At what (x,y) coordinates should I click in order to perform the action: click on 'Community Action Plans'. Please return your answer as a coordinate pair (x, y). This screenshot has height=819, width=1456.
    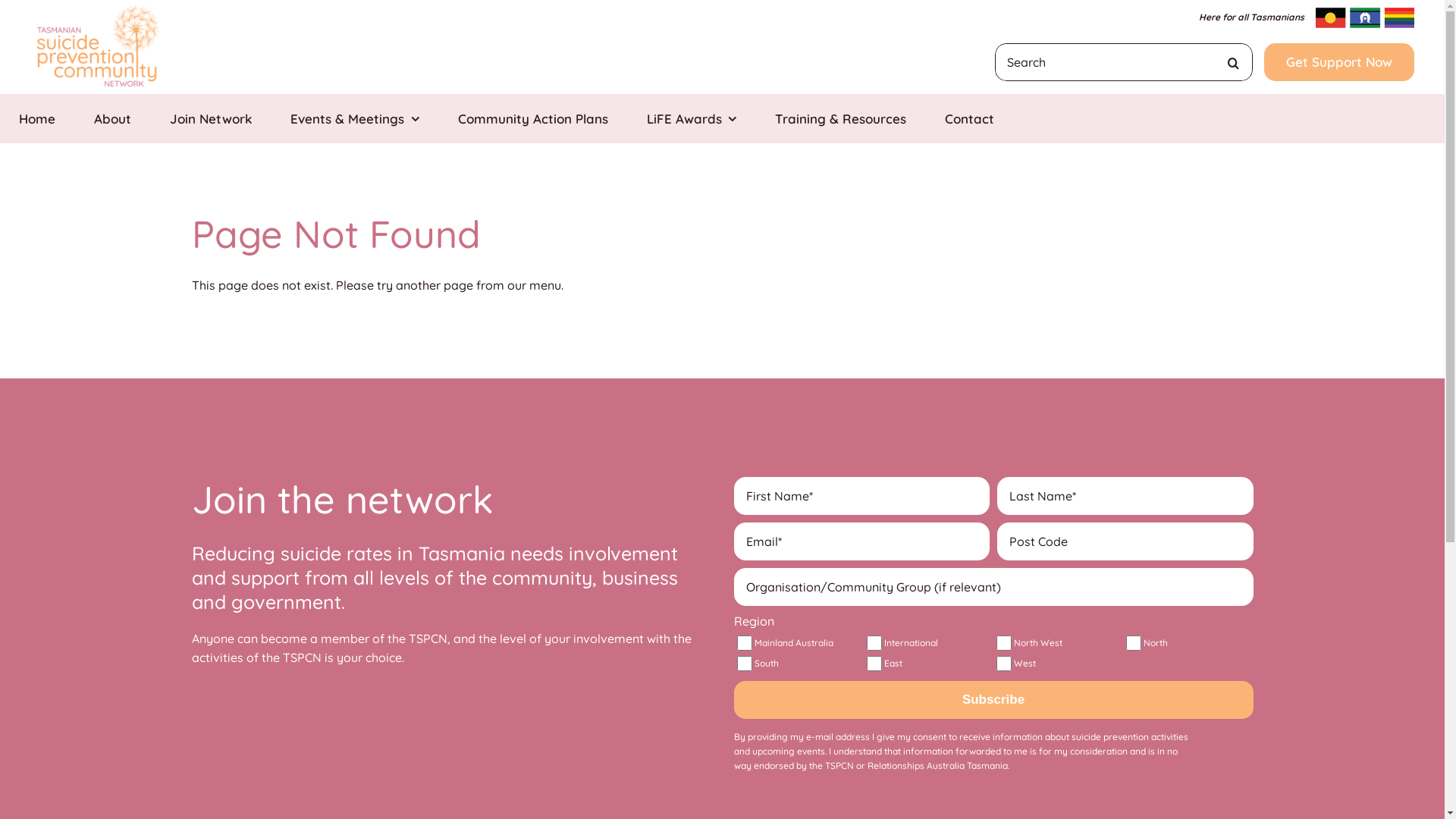
    Looking at the image, I should click on (532, 118).